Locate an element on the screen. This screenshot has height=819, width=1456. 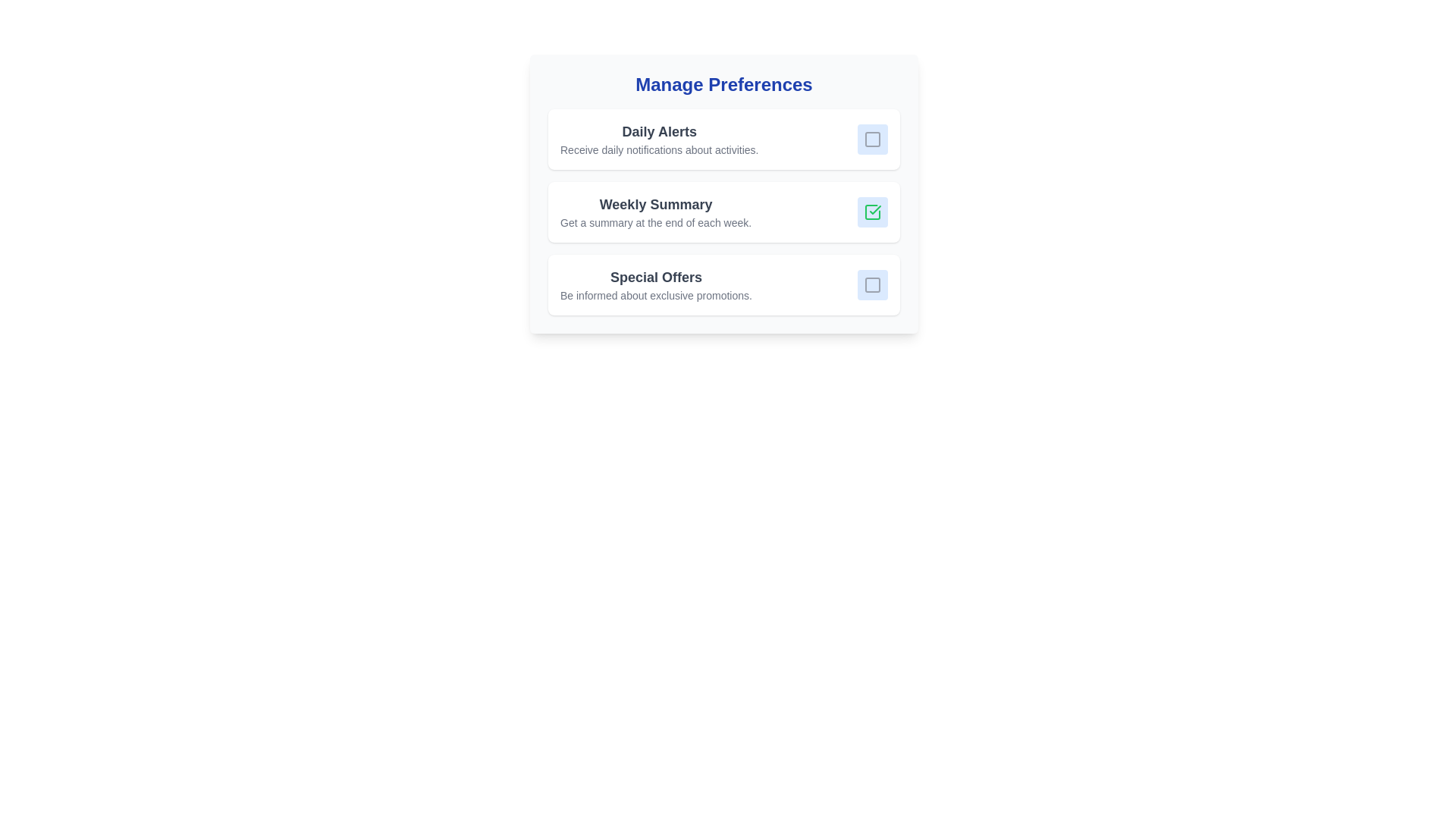
the text block displaying 'Weekly Summary' and its description 'Get a summary at the end of each week.', which is the second item in a stacked list of preference settings is located at coordinates (656, 212).